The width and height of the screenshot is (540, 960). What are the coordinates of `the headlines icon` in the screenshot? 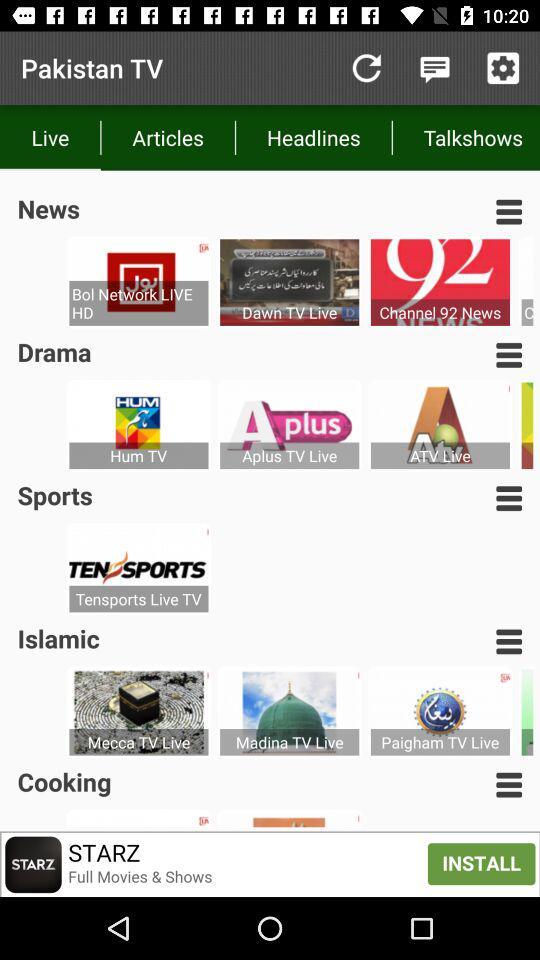 It's located at (313, 136).